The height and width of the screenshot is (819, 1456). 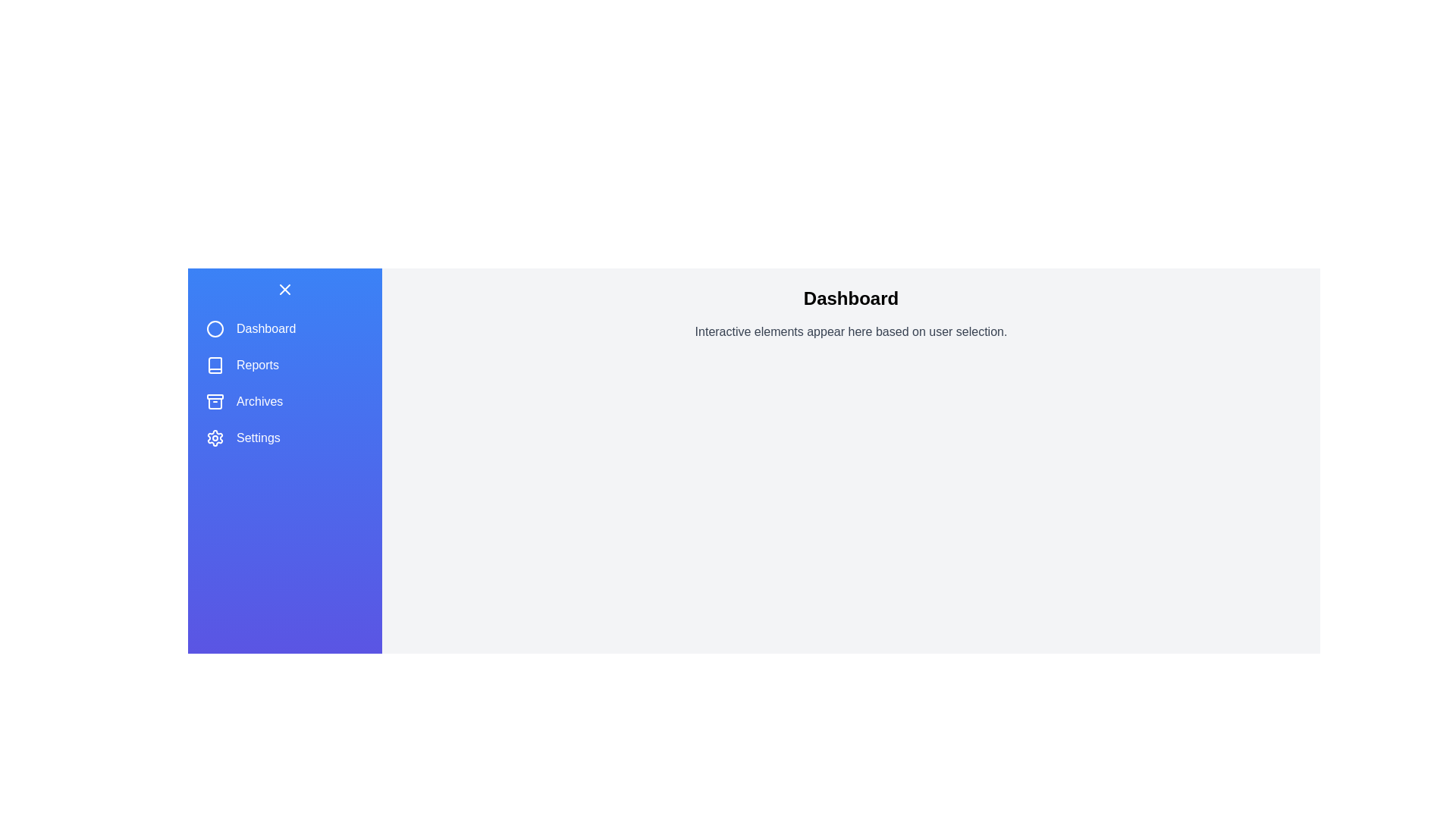 I want to click on the menu item labeled Settings, so click(x=284, y=438).